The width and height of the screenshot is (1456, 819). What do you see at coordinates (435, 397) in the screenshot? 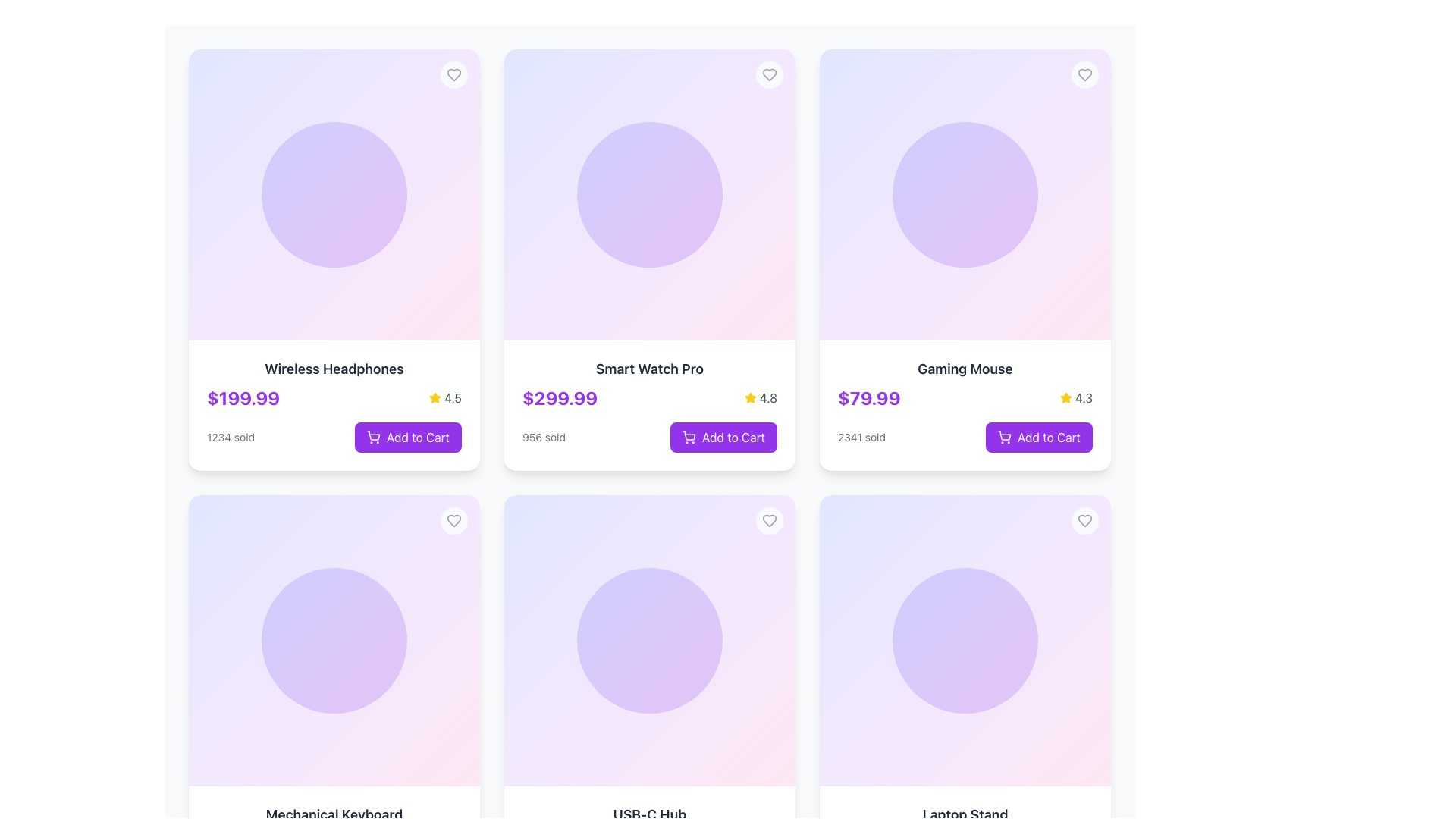
I see `the yellow star-like icon representing a 4.5-star rating for the Wireless Headphones product, located in the top right corner of the card` at bounding box center [435, 397].